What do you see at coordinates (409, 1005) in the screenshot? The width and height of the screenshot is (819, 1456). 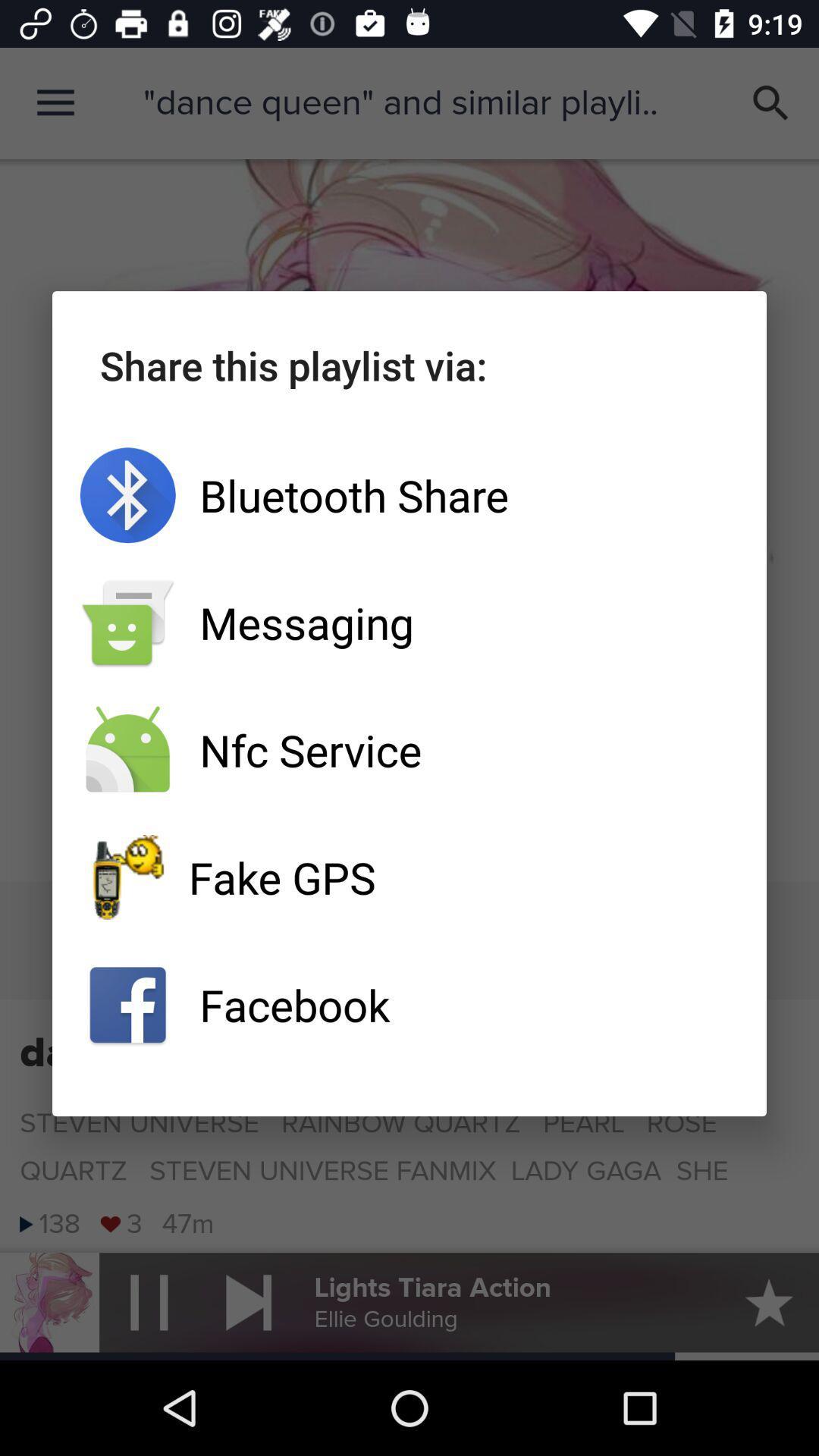 I see `the facebook` at bounding box center [409, 1005].